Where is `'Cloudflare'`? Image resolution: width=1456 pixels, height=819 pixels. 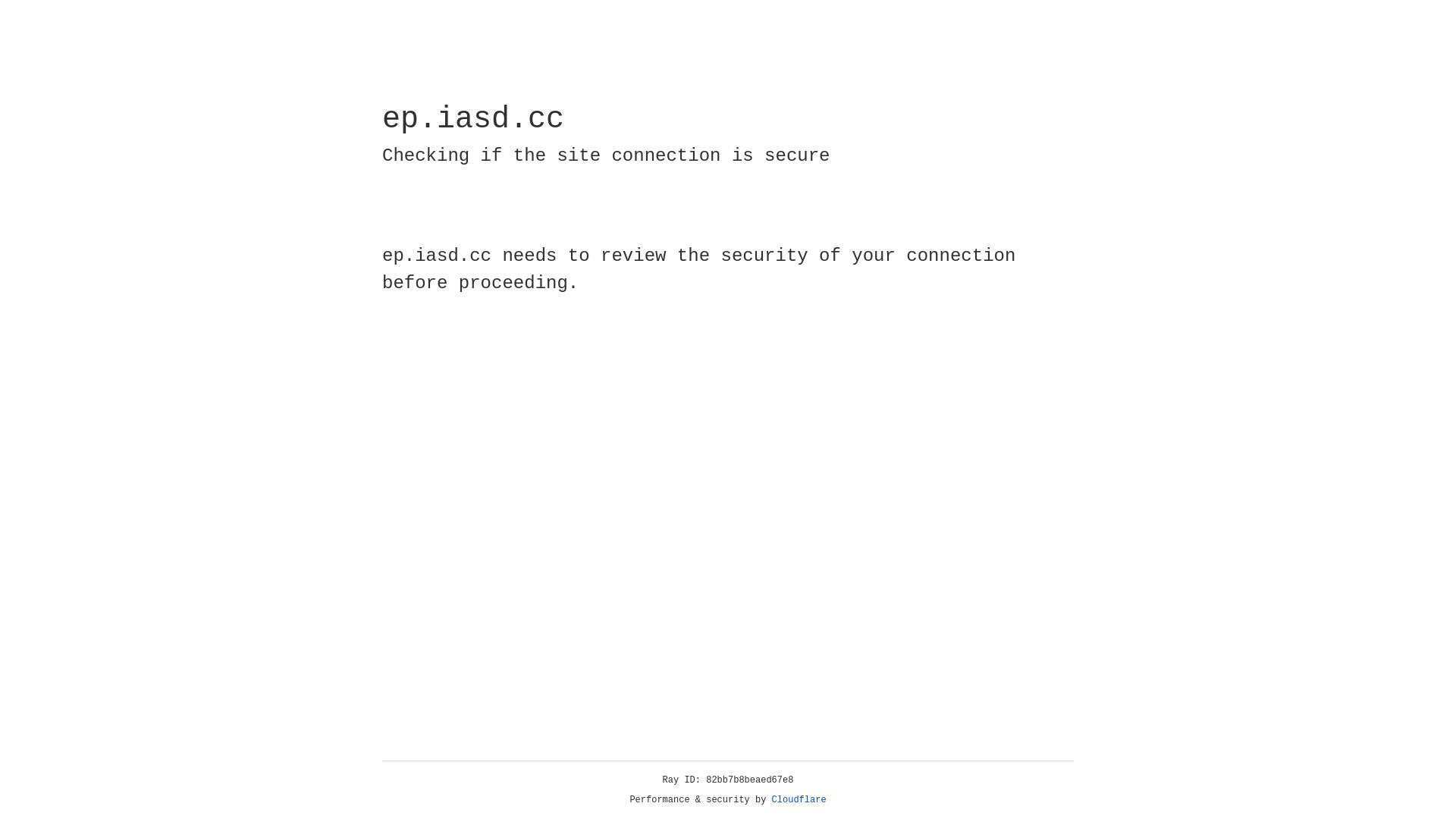 'Cloudflare' is located at coordinates (799, 799).